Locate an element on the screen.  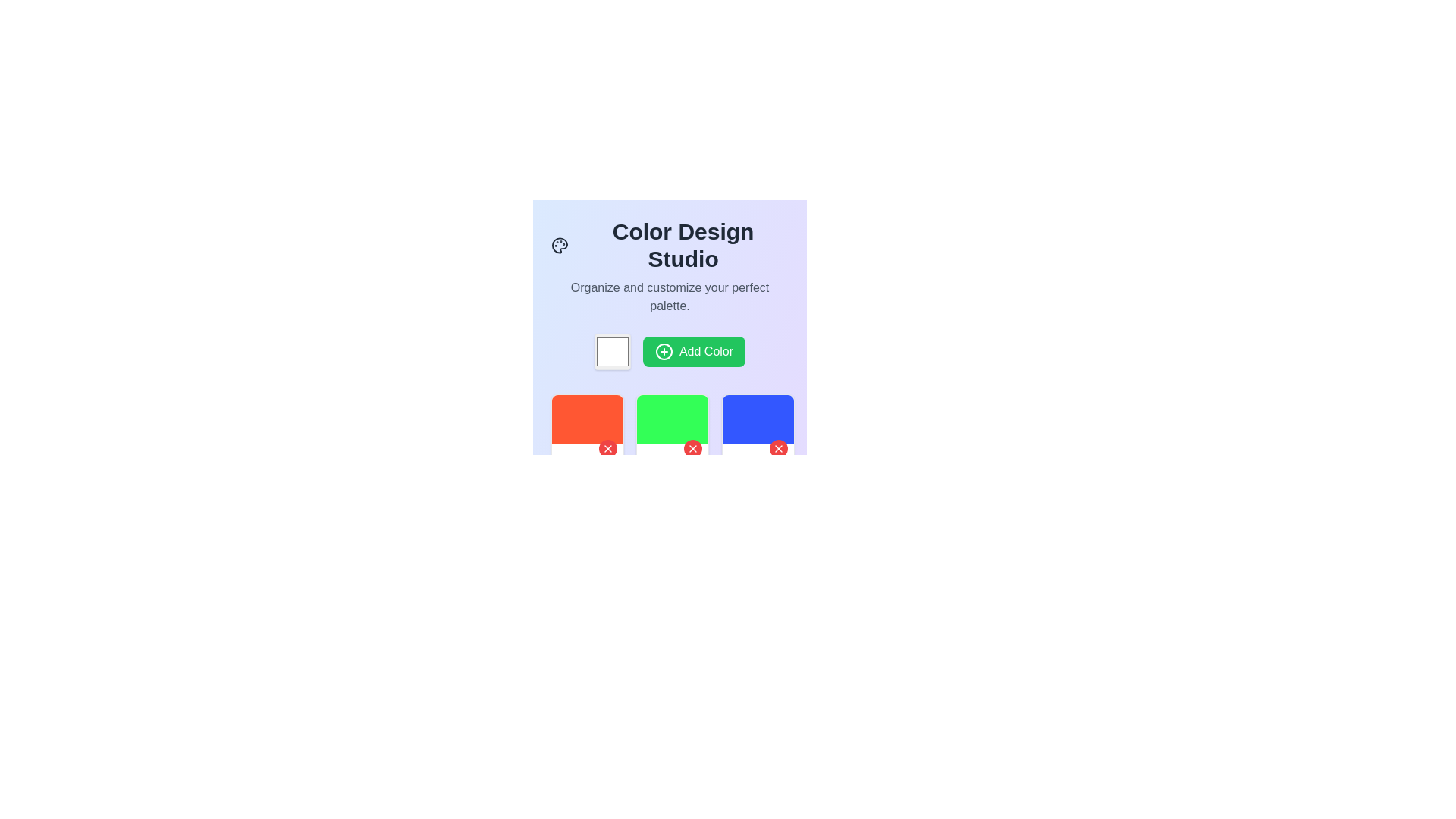
the third 'X' icon button located at the bottom-right of the blue color block is located at coordinates (778, 447).